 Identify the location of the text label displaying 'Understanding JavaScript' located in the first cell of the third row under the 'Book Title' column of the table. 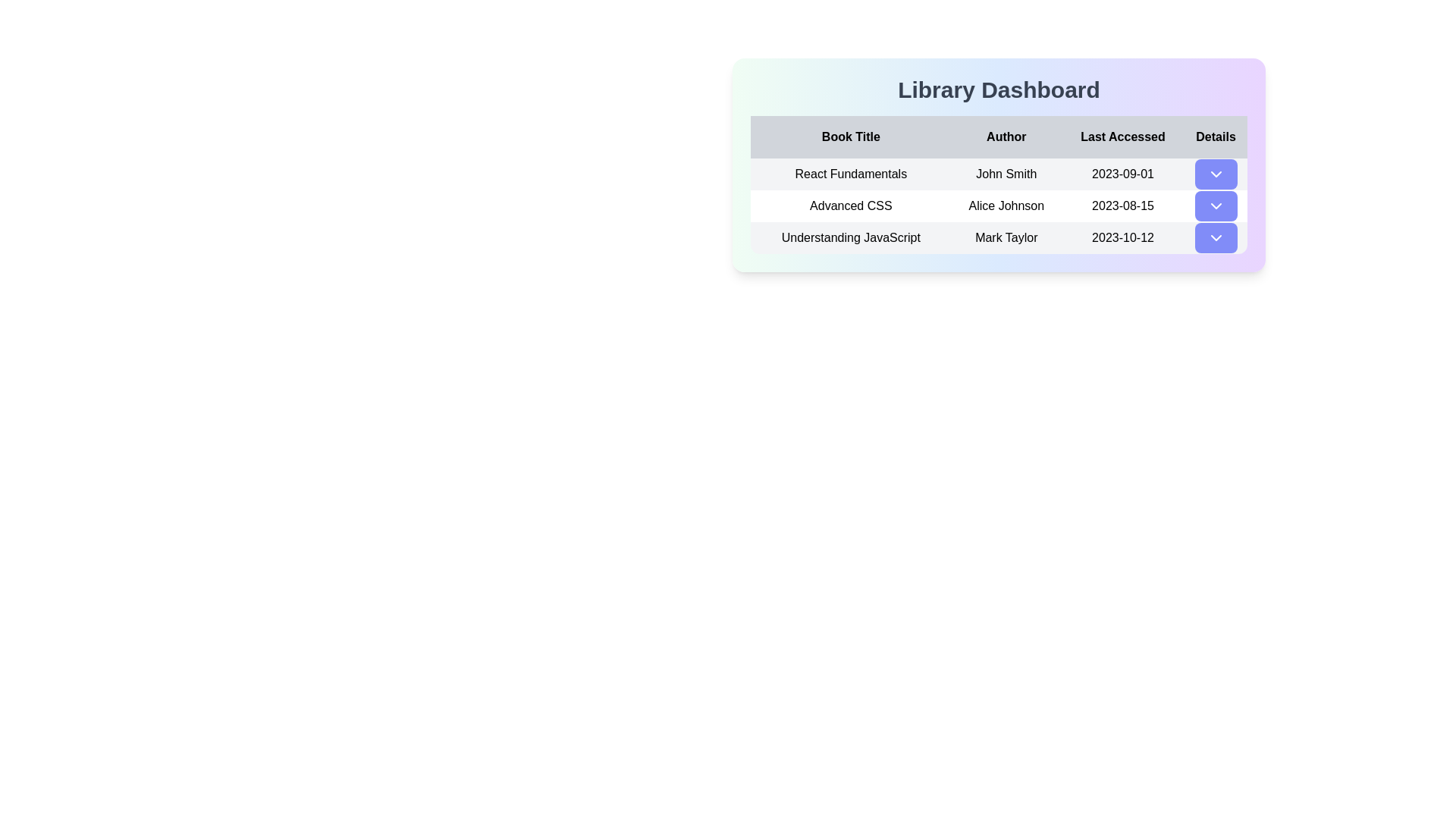
(851, 237).